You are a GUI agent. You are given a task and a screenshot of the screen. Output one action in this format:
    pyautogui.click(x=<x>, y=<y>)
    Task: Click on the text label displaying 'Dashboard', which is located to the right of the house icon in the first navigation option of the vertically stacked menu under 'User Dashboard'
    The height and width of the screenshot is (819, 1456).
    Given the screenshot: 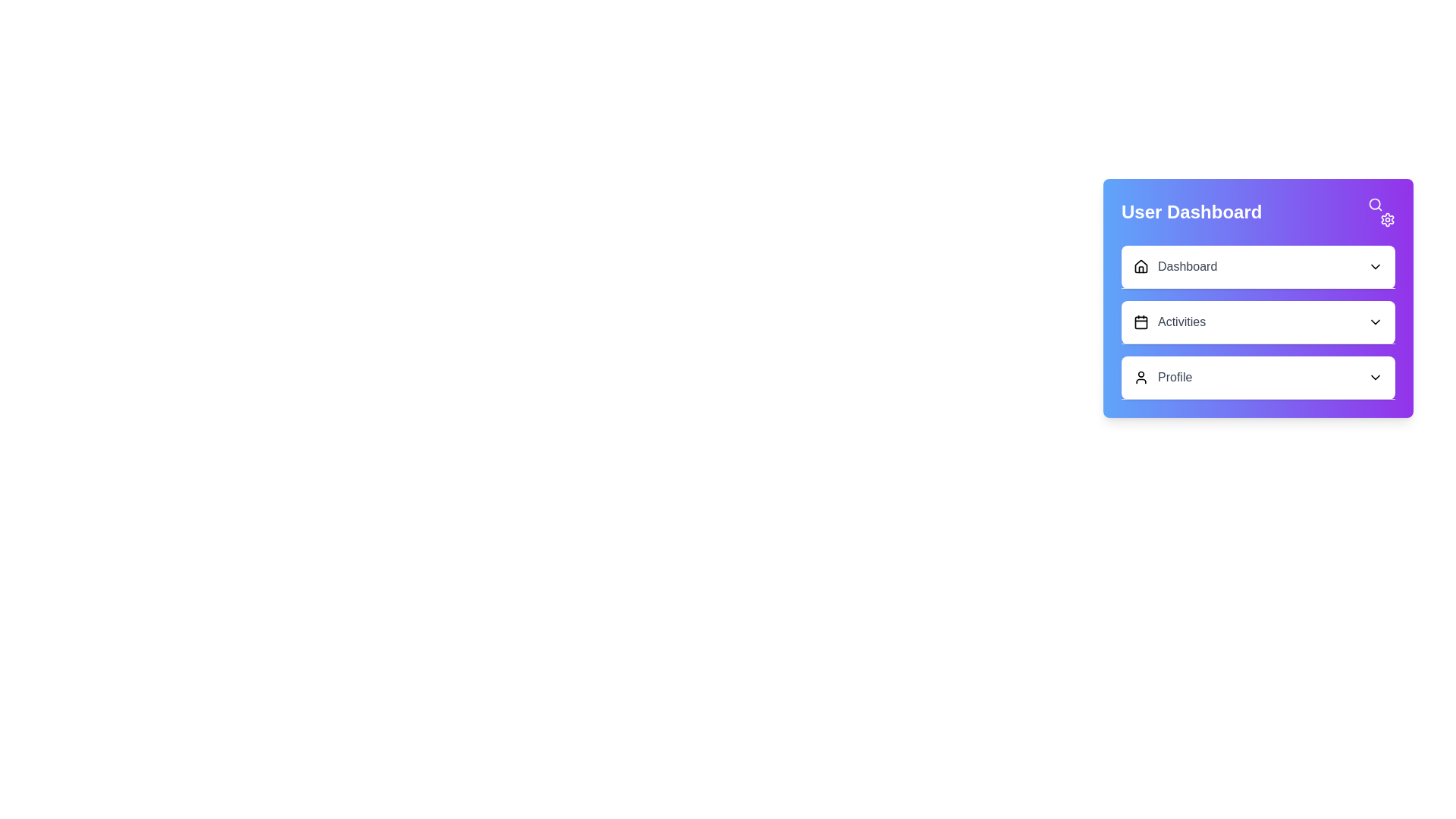 What is the action you would take?
    pyautogui.click(x=1187, y=265)
    